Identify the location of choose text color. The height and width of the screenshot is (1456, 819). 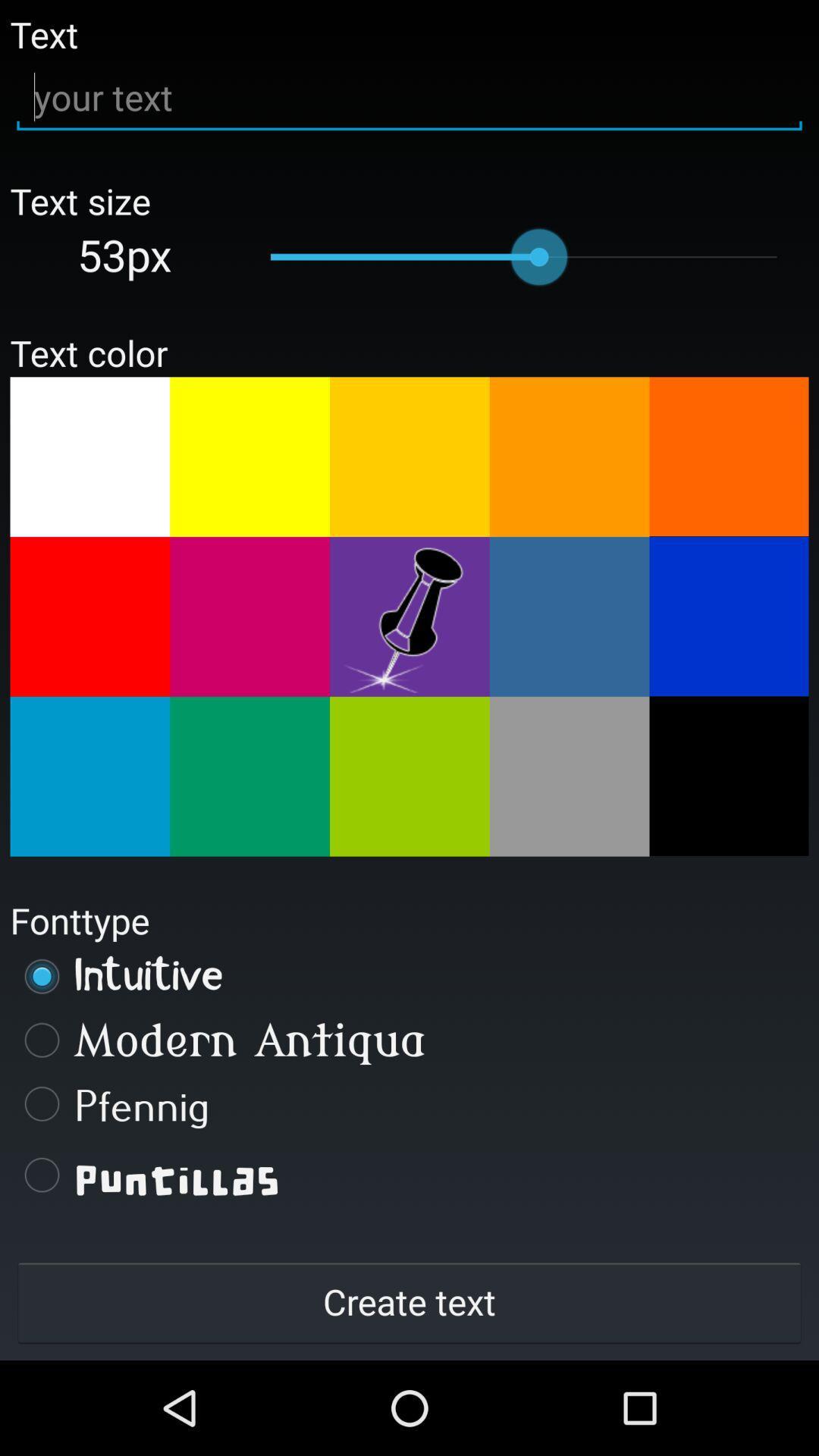
(89, 456).